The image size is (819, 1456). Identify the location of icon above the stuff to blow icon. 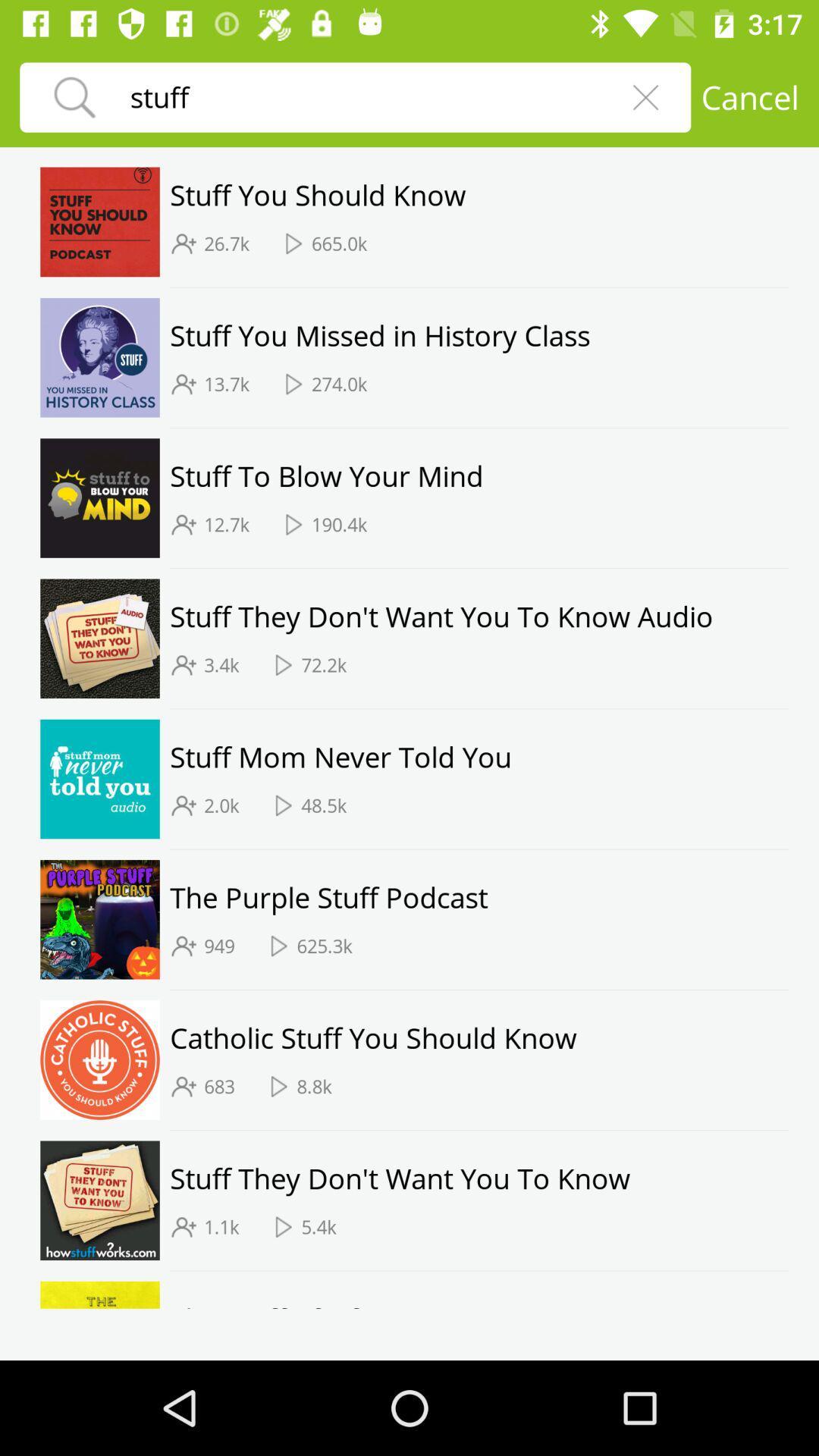
(479, 427).